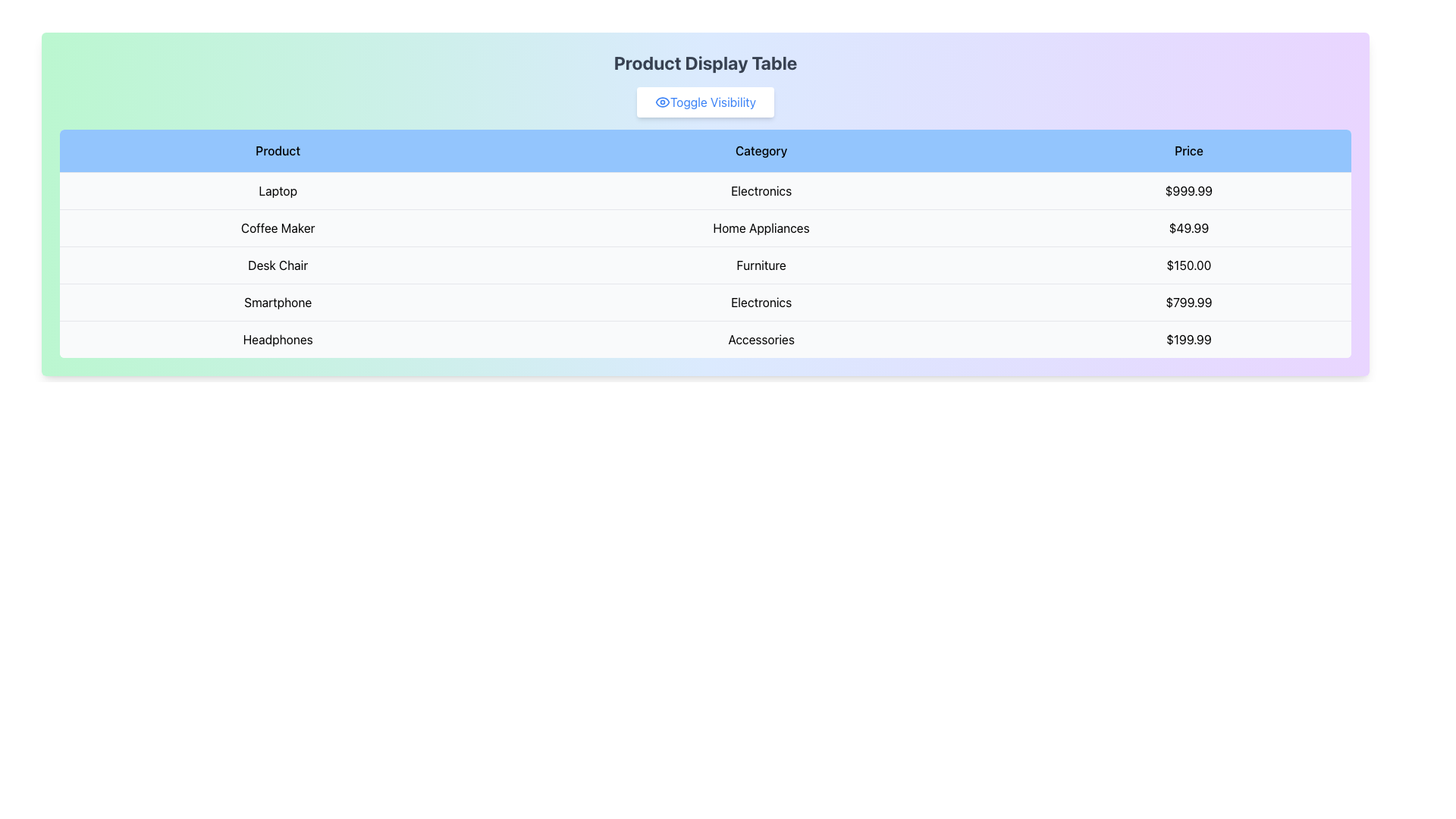  I want to click on text label indicating the category 'Home Appliances' located in the second row of the table under the 'Category' column, so click(761, 227).